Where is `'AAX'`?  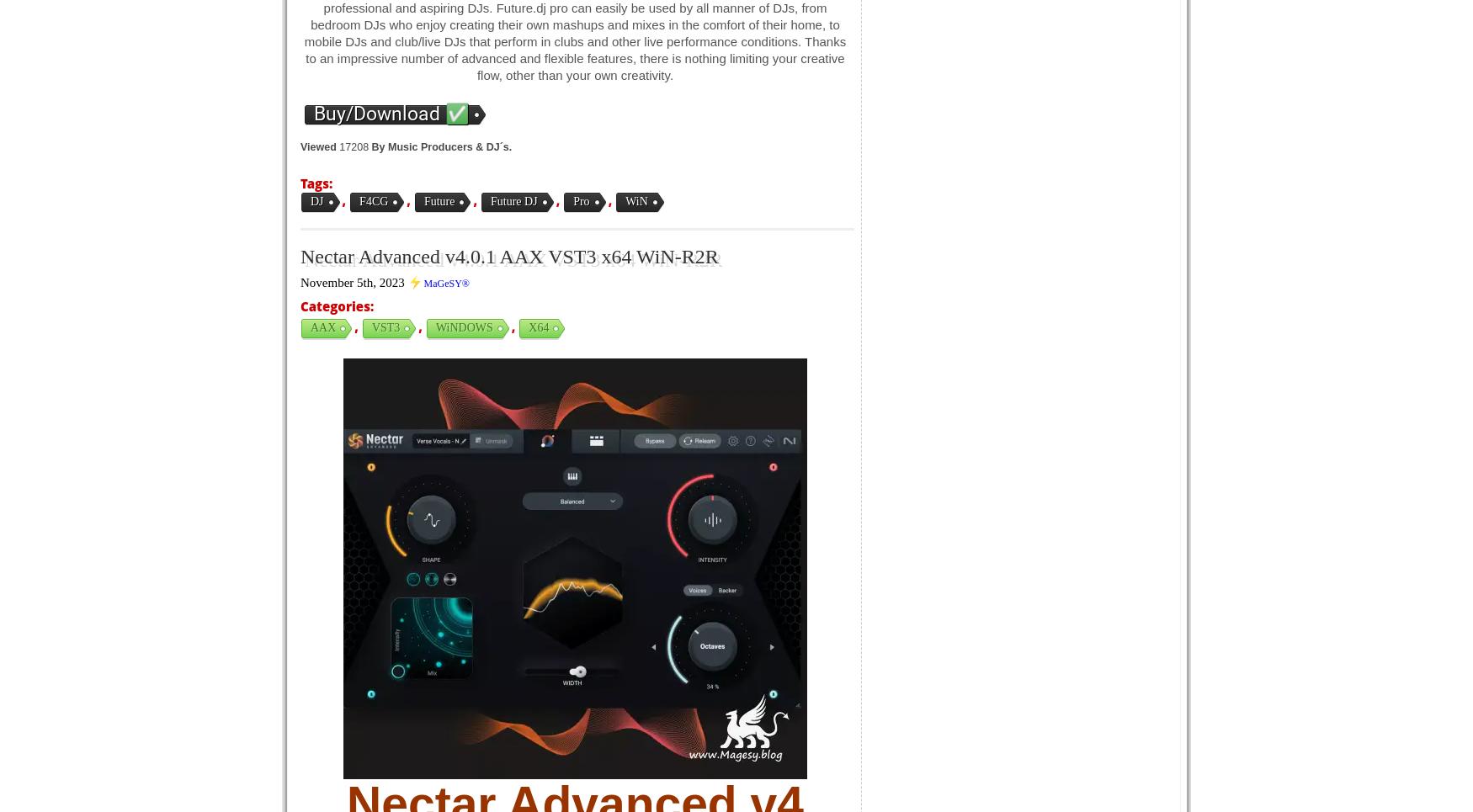
'AAX' is located at coordinates (322, 326).